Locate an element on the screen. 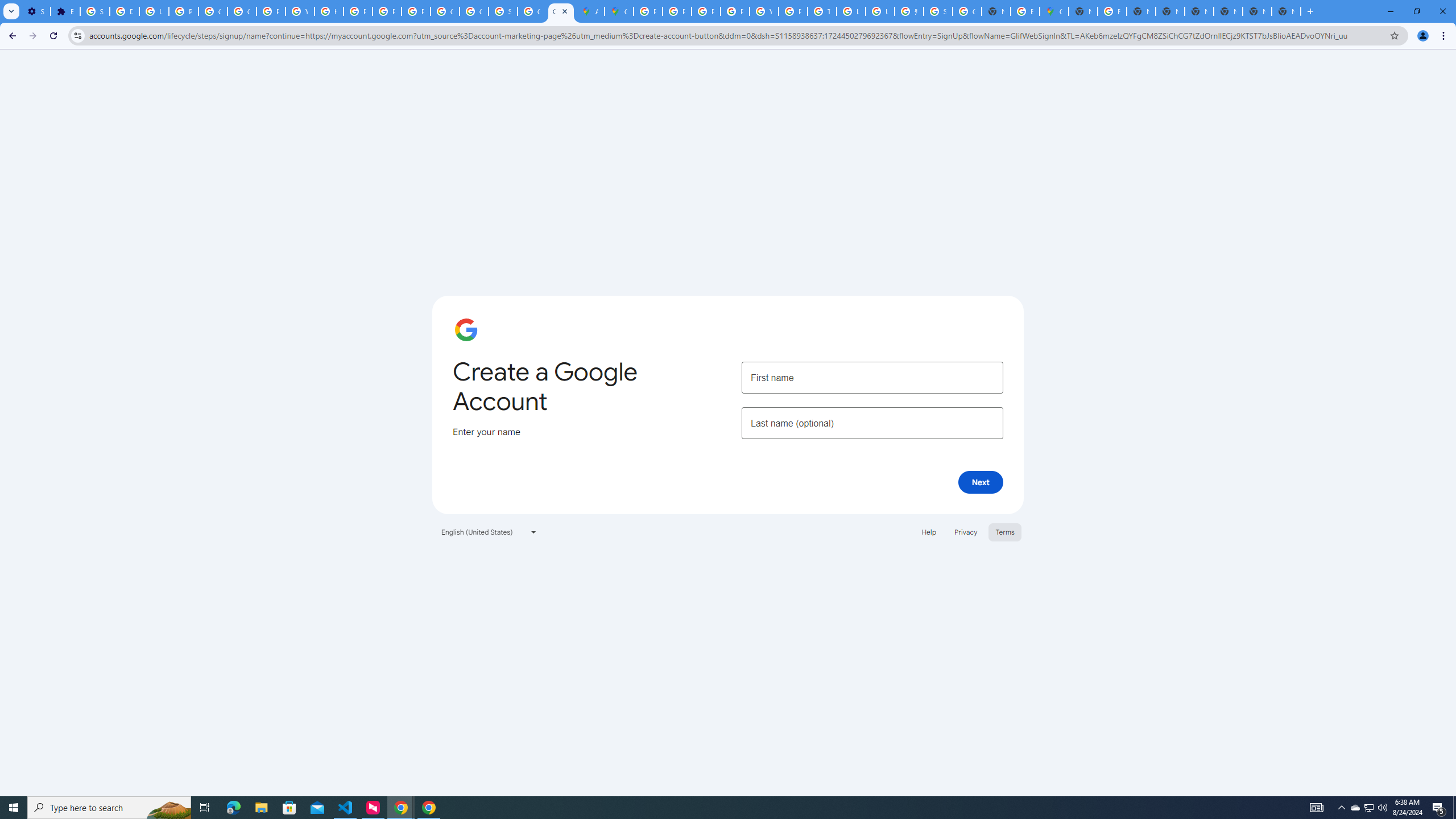 The width and height of the screenshot is (1456, 819). 'Google Account Help' is located at coordinates (242, 11).